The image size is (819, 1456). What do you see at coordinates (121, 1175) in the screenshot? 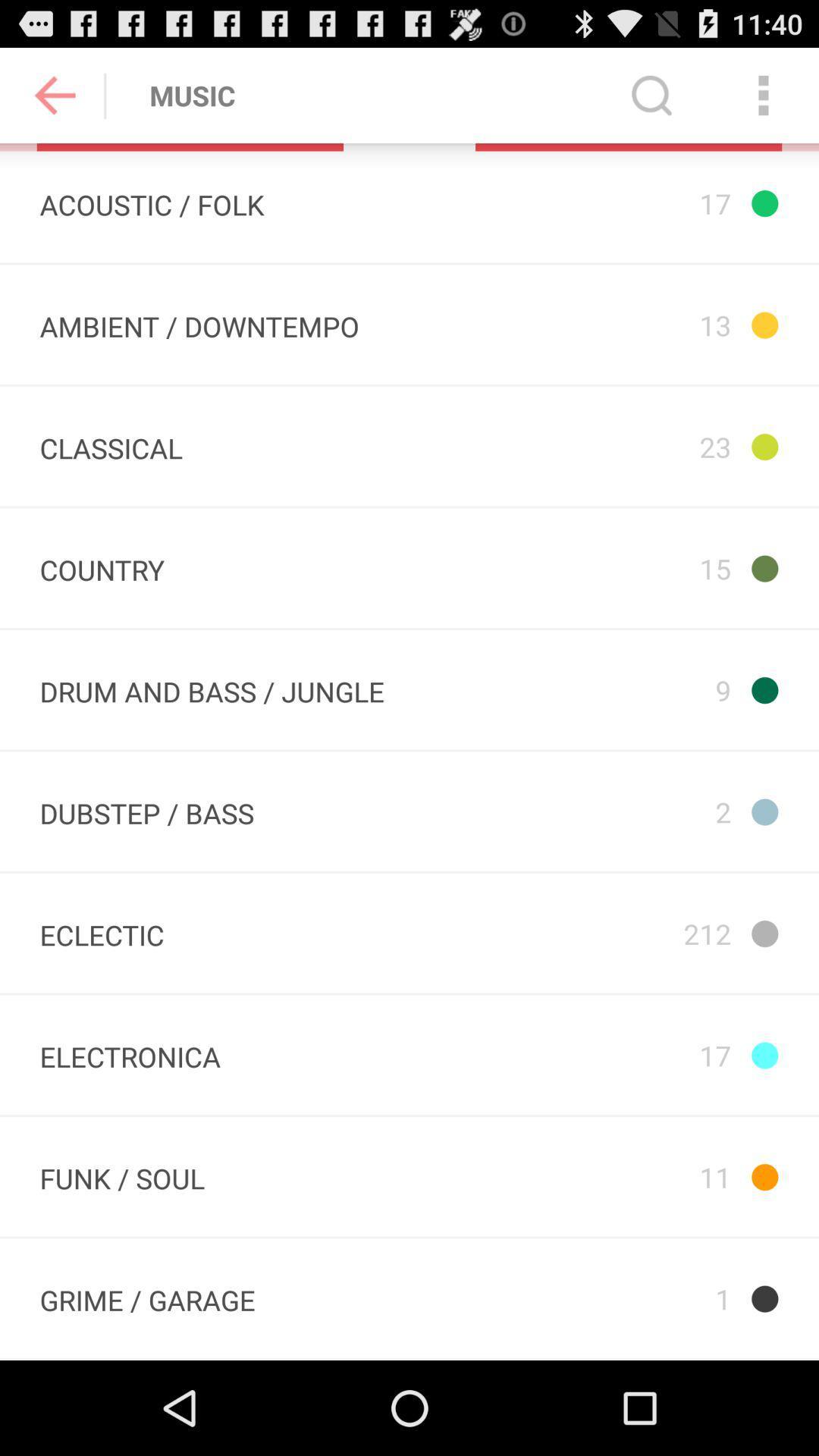
I see `the item below the electronica` at bounding box center [121, 1175].